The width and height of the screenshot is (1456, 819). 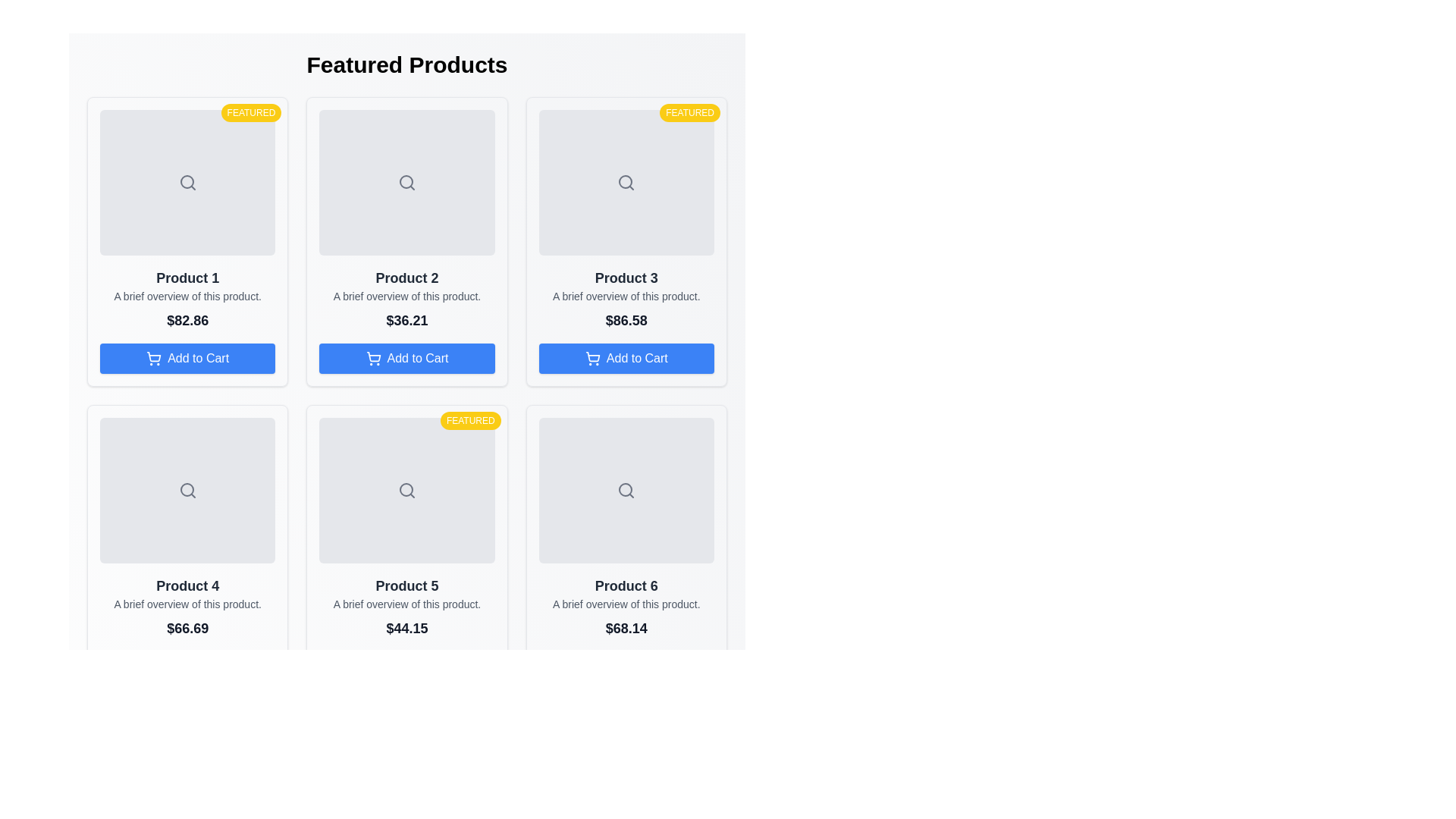 I want to click on the magnifying glass icon located at the center of the product card for 'Product 2', so click(x=406, y=180).